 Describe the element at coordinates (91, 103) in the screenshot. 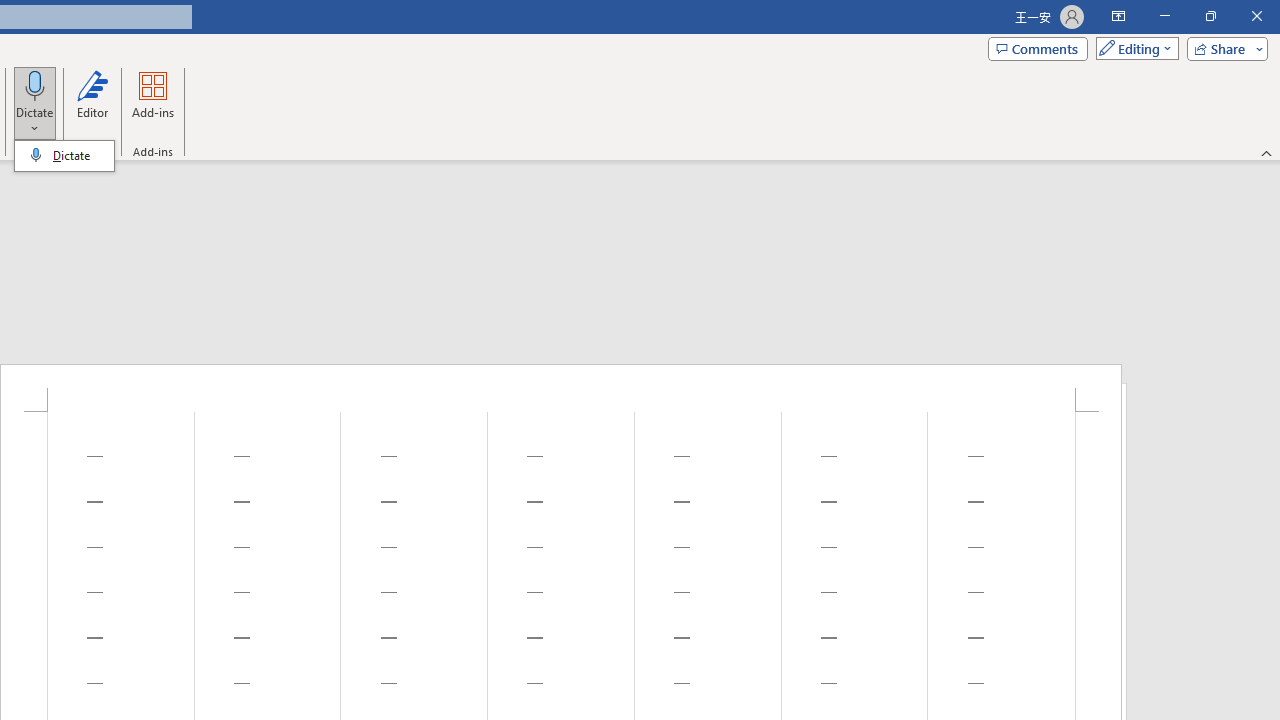

I see `'Editor'` at that location.